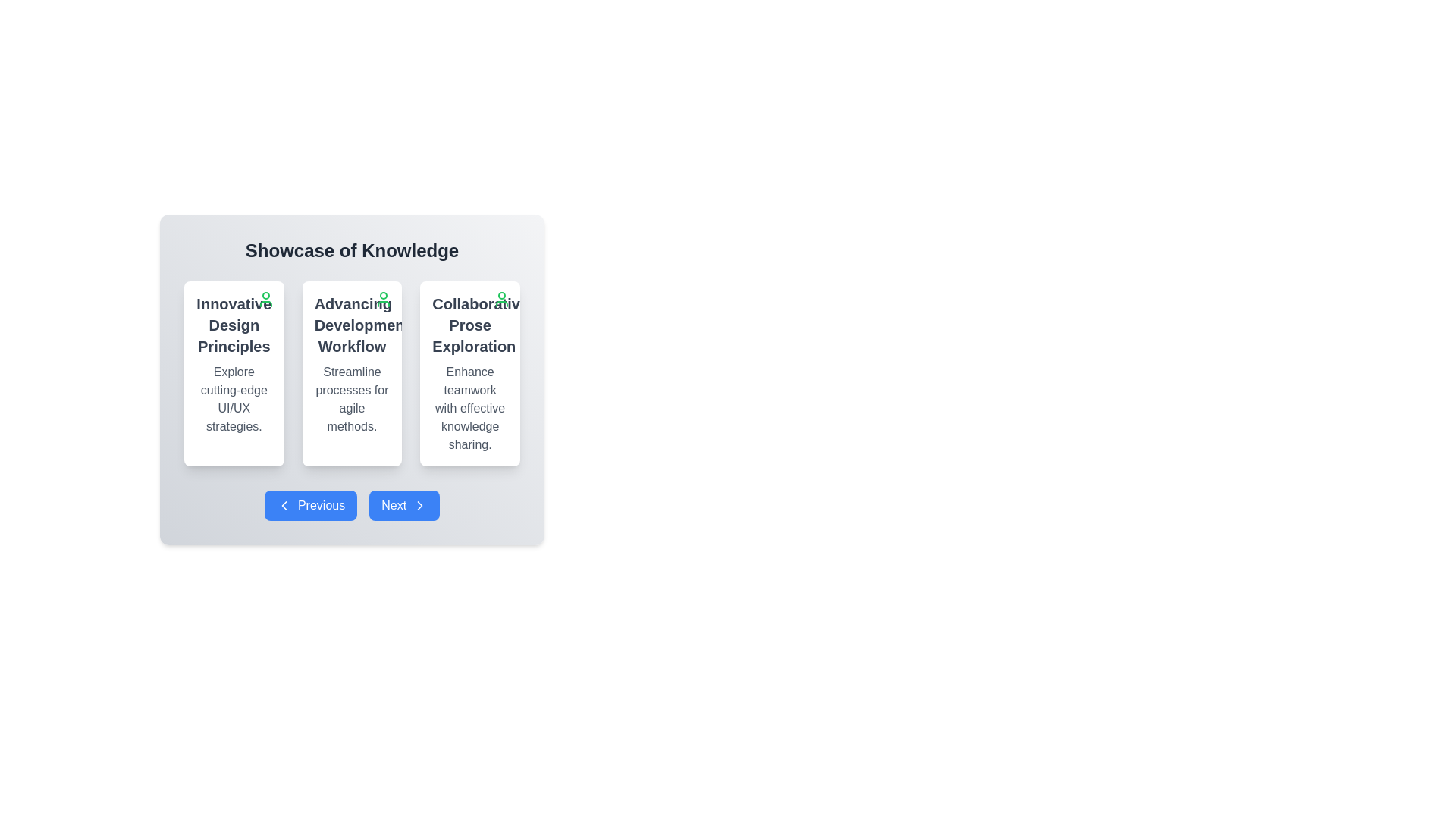  I want to click on the Chevron Icon, which is located in the middle-right position of the 'Next' button in the bottom row of the card showcase interface, to trigger potential visual feedback, so click(420, 506).